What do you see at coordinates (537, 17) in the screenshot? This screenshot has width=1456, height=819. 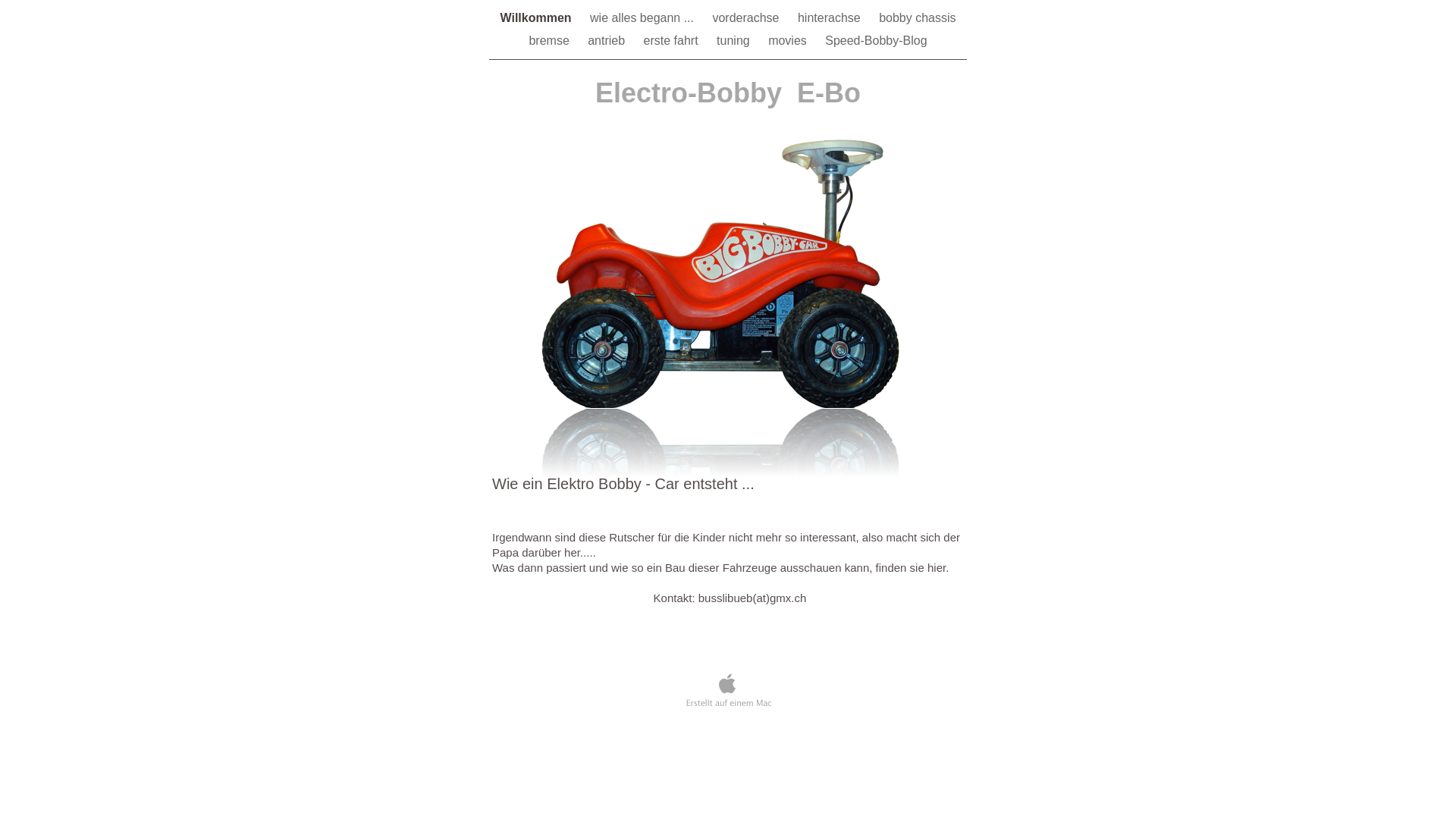 I see `'Willkommen'` at bounding box center [537, 17].